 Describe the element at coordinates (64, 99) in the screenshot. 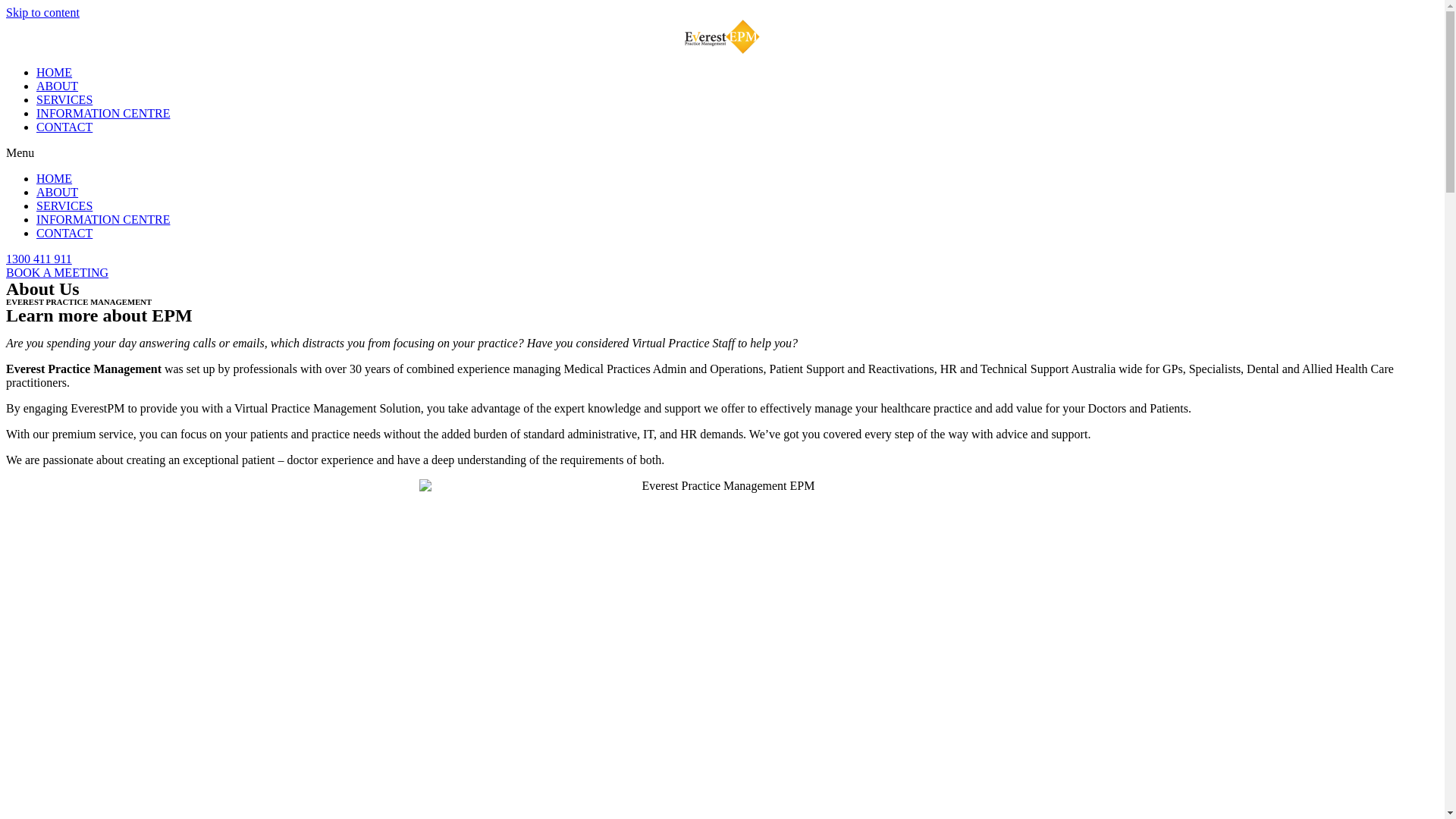

I see `'SERVICES'` at that location.